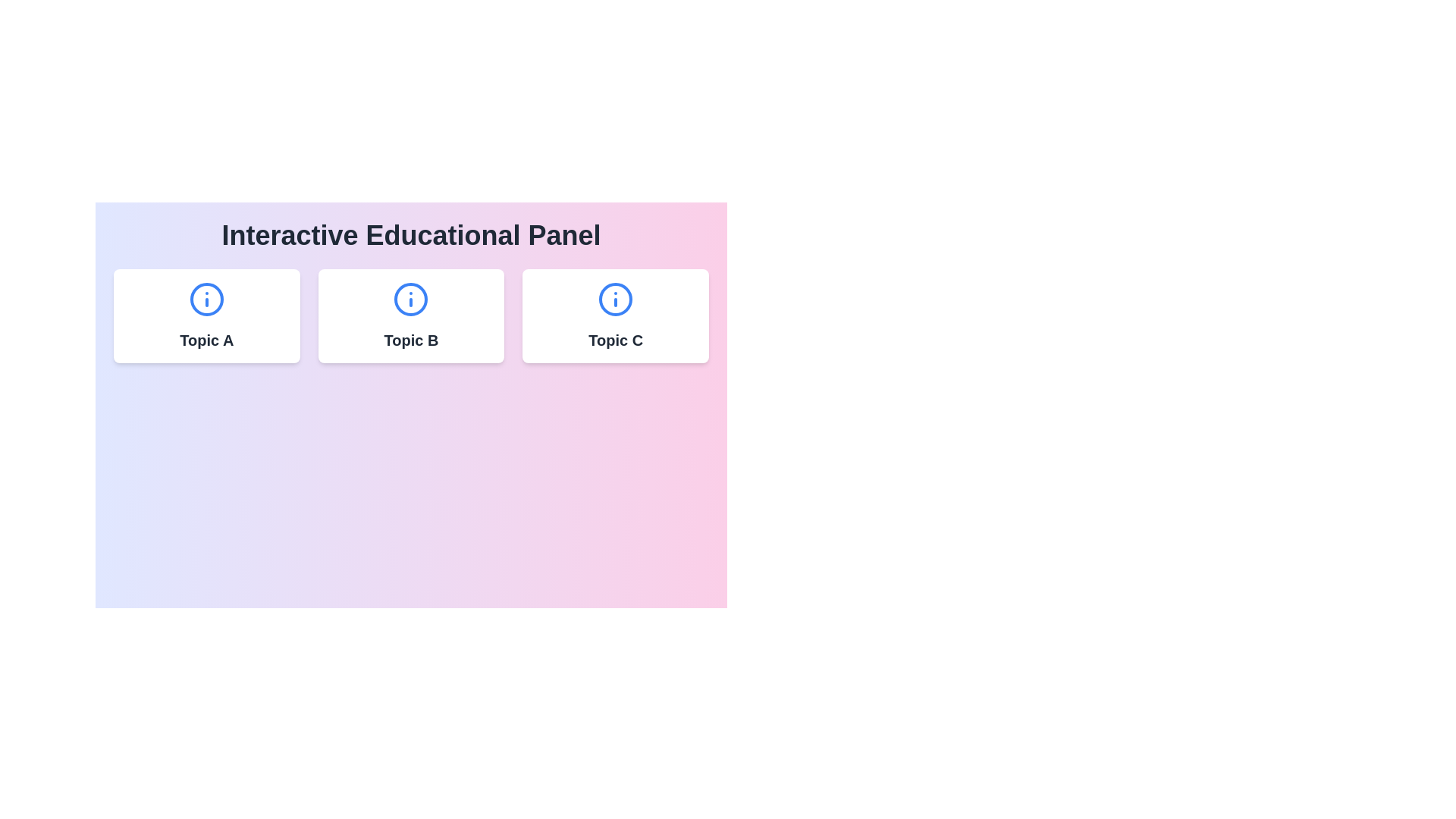 The height and width of the screenshot is (819, 1456). I want to click on the tooltip element for 'Topic C', so click(616, 320).